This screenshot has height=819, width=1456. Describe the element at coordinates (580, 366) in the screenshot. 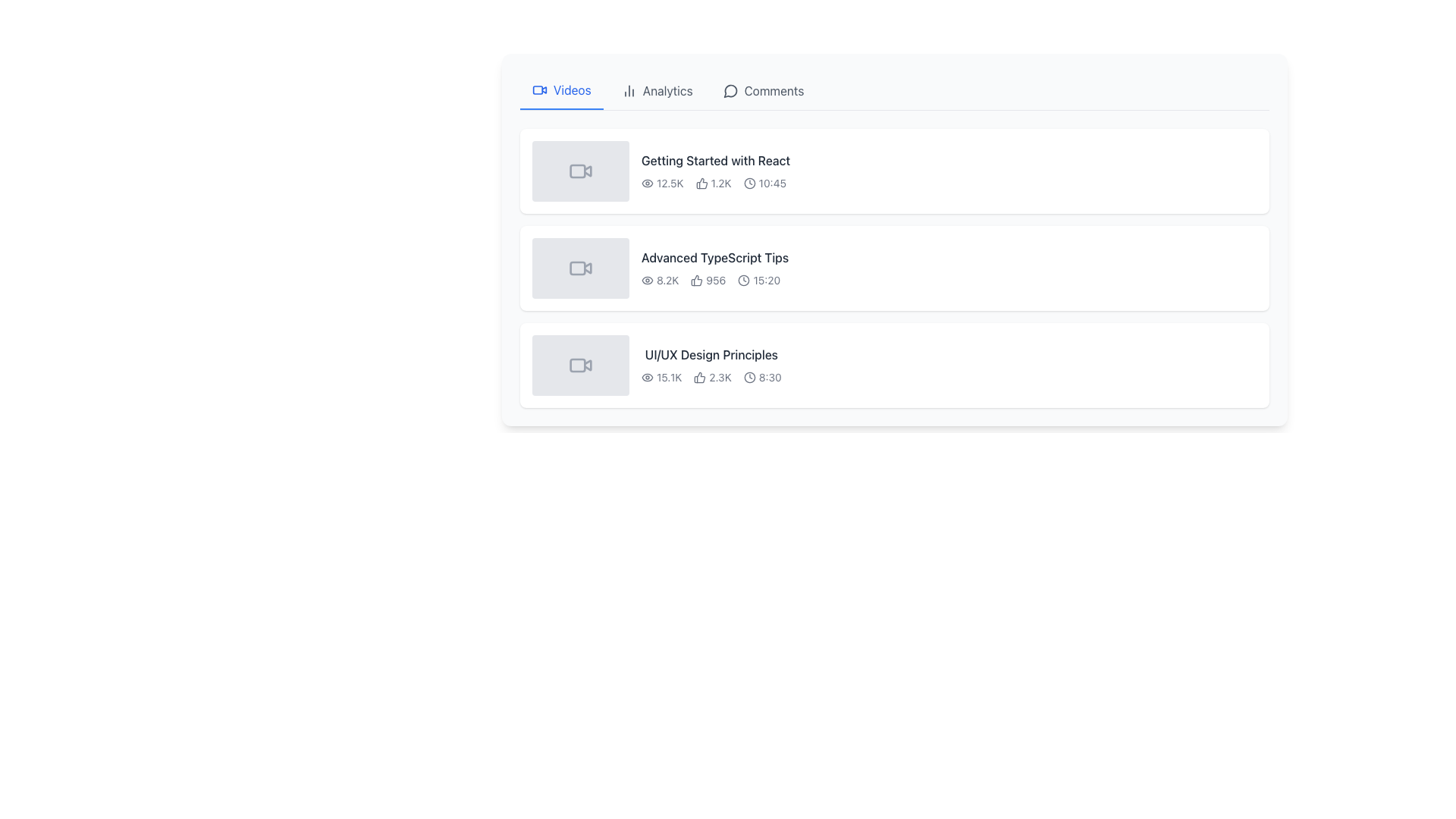

I see `the video thumbnail icon located in the bottommost row of the list, which is the leftmost component adjacent to the text 'UI/UX Design Principles'` at that location.